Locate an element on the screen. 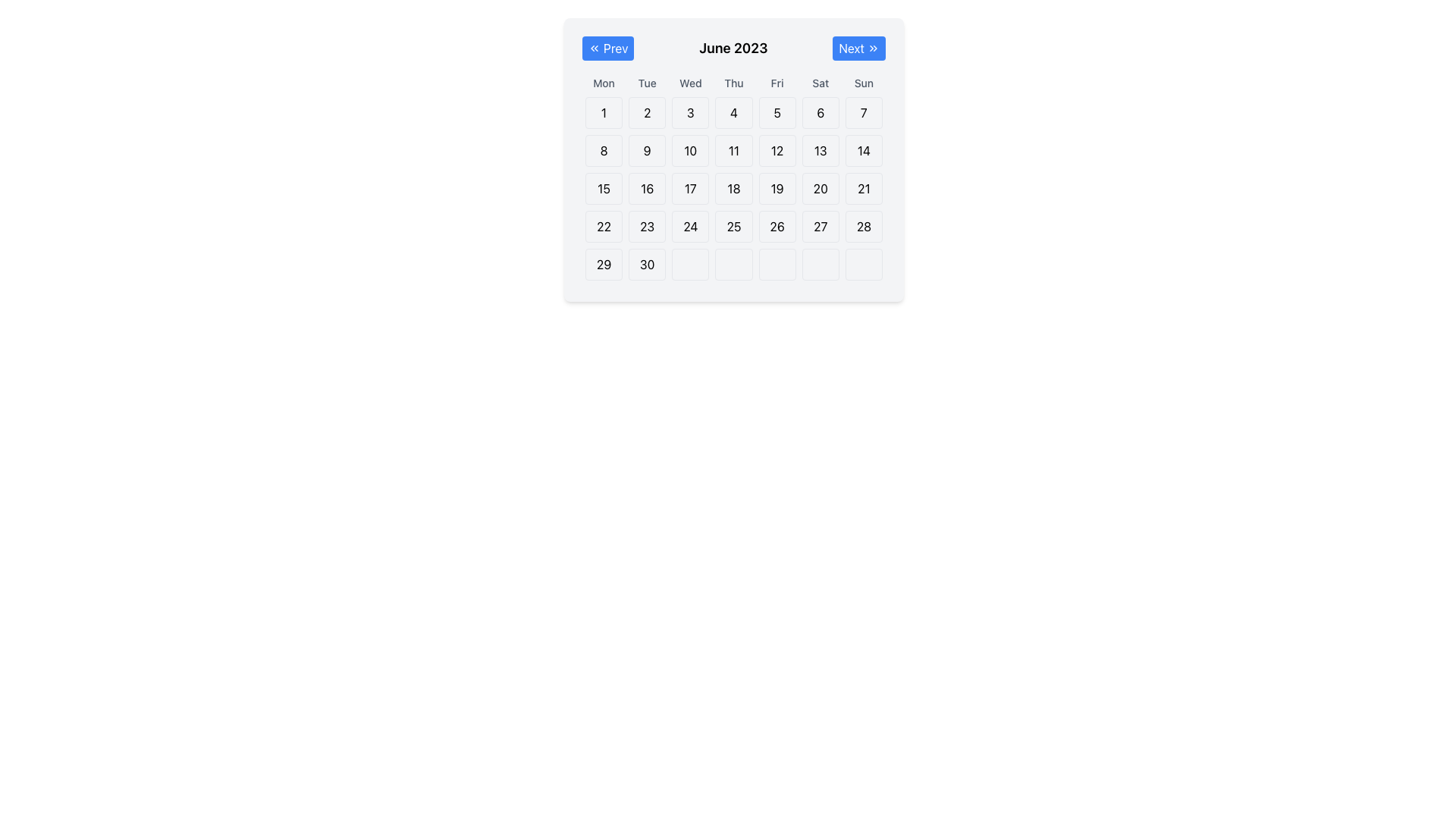  the backward navigation icon located within the 'Prev' button at the top-left section of the calendar interface is located at coordinates (593, 48).